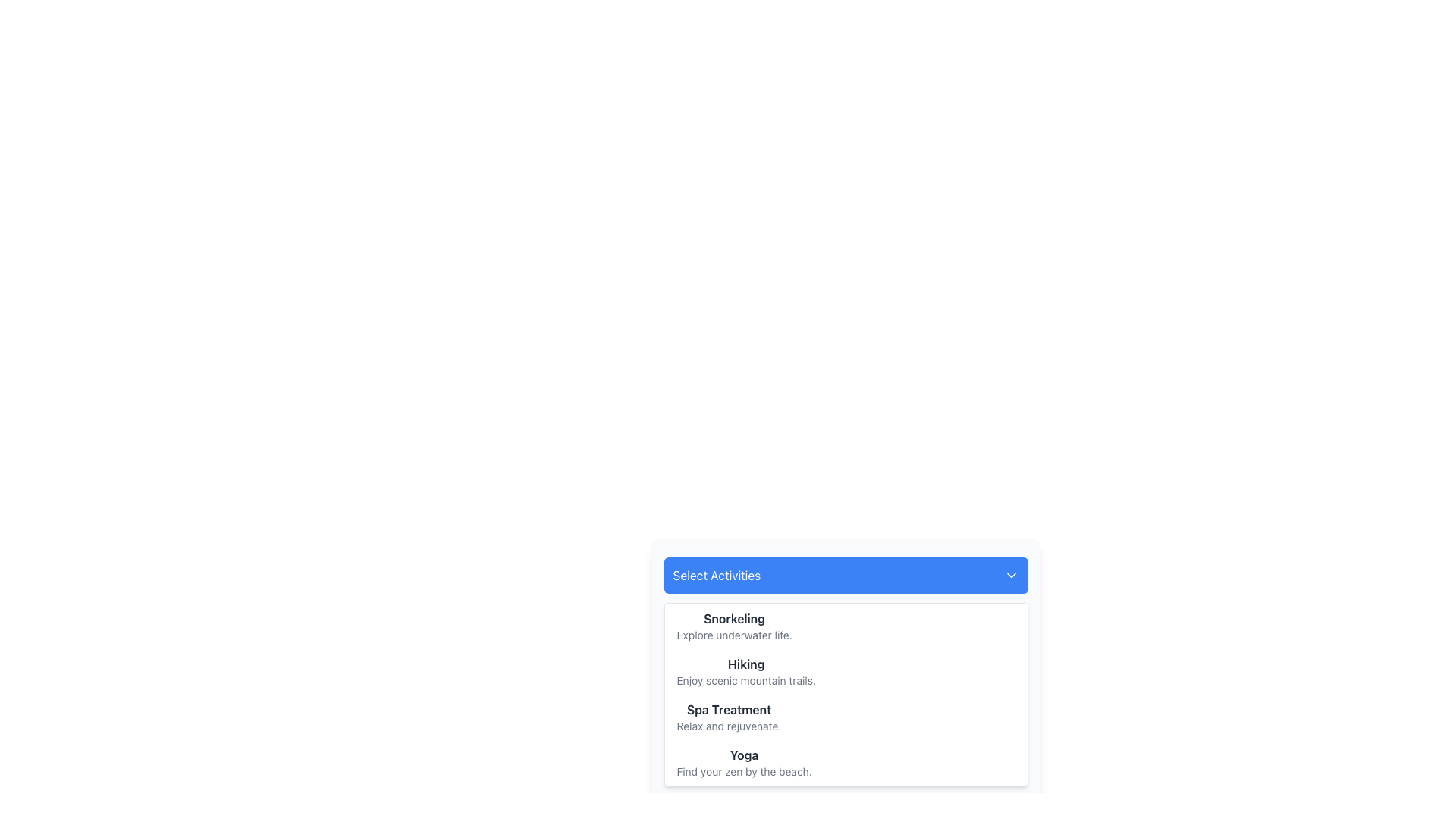 This screenshot has height=819, width=1456. Describe the element at coordinates (845, 626) in the screenshot. I see `the first option in the dropdown list labeled 'Snorkeling' located below the title 'Select Activities' with a blue background` at that location.